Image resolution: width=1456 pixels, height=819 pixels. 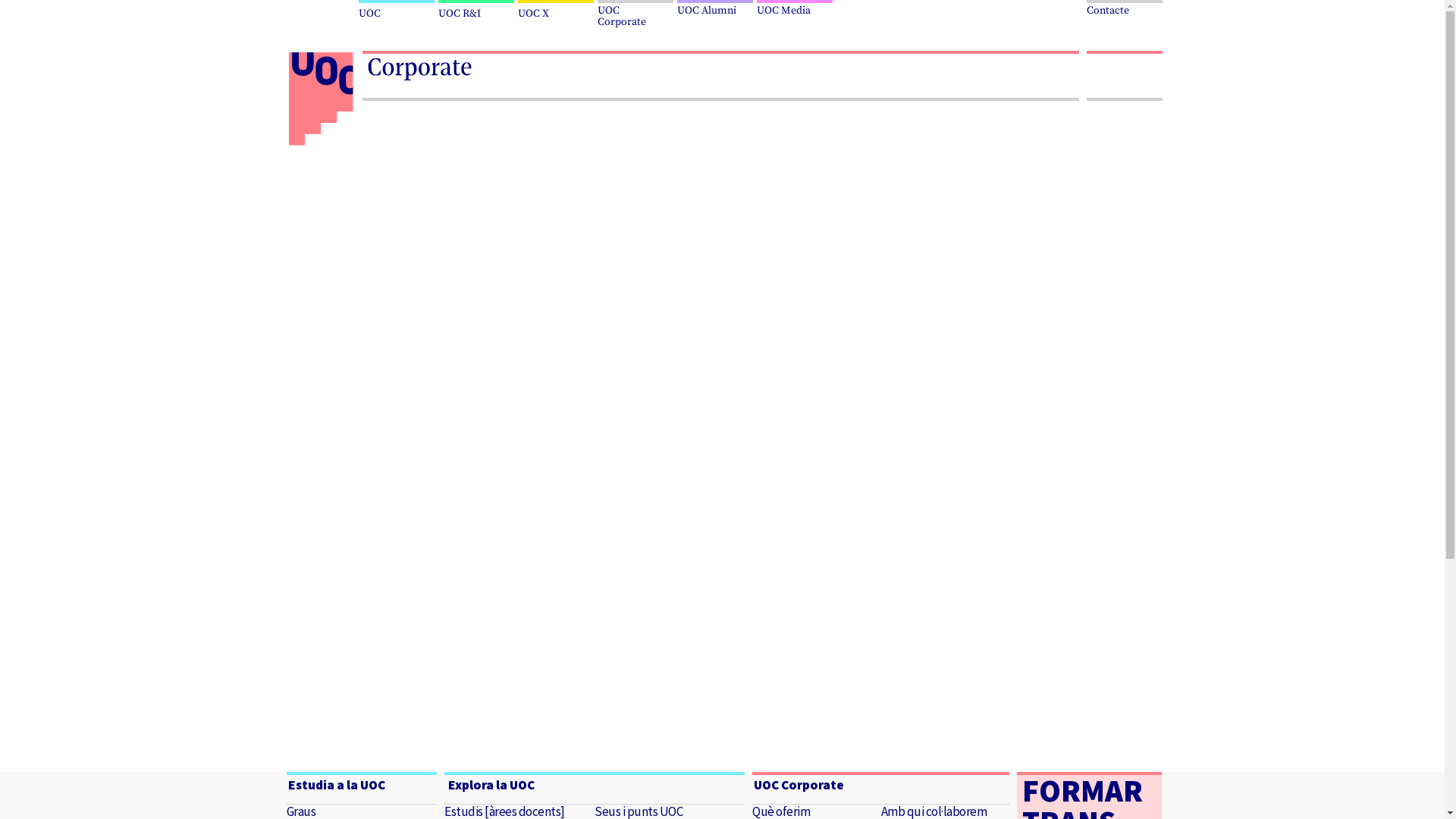 What do you see at coordinates (715, 8) in the screenshot?
I see `'UOC Alumni'` at bounding box center [715, 8].